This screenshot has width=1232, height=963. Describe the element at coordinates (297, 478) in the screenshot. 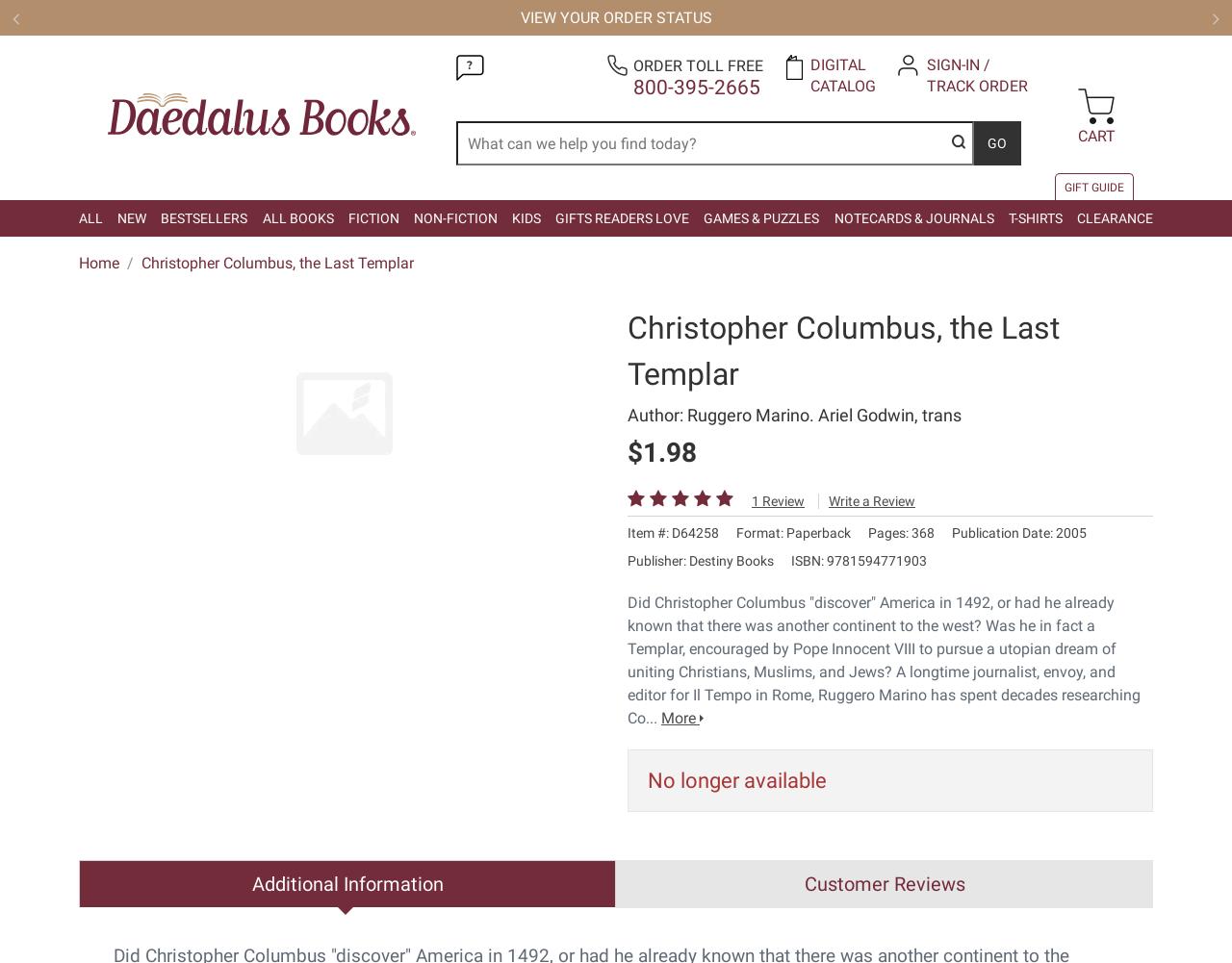

I see `'Order Status'` at that location.